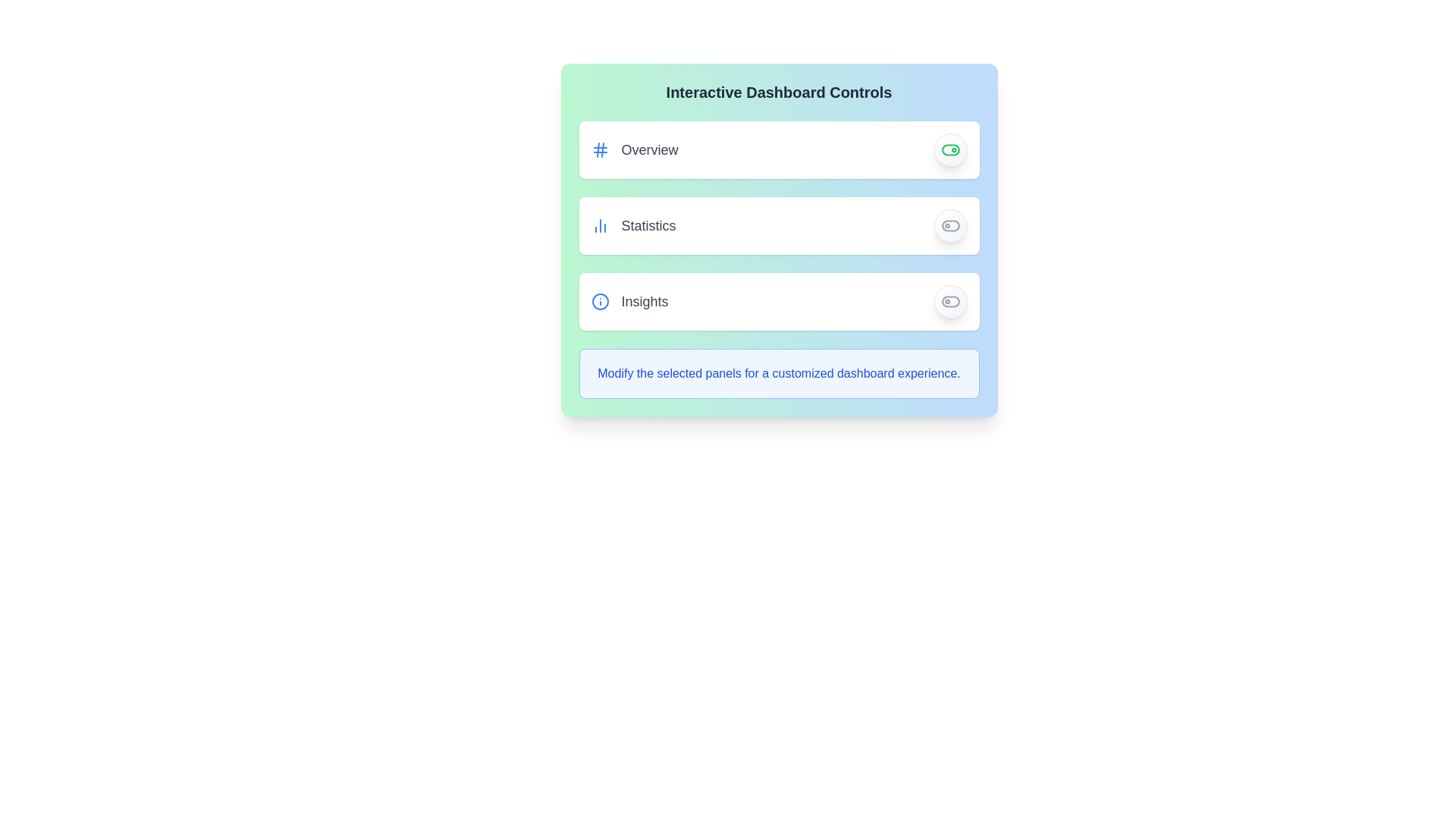 This screenshot has width=1456, height=819. What do you see at coordinates (599, 225) in the screenshot?
I see `the leftmost icon in the 'Statistics' section, which visually conveys statistical data or analytics` at bounding box center [599, 225].